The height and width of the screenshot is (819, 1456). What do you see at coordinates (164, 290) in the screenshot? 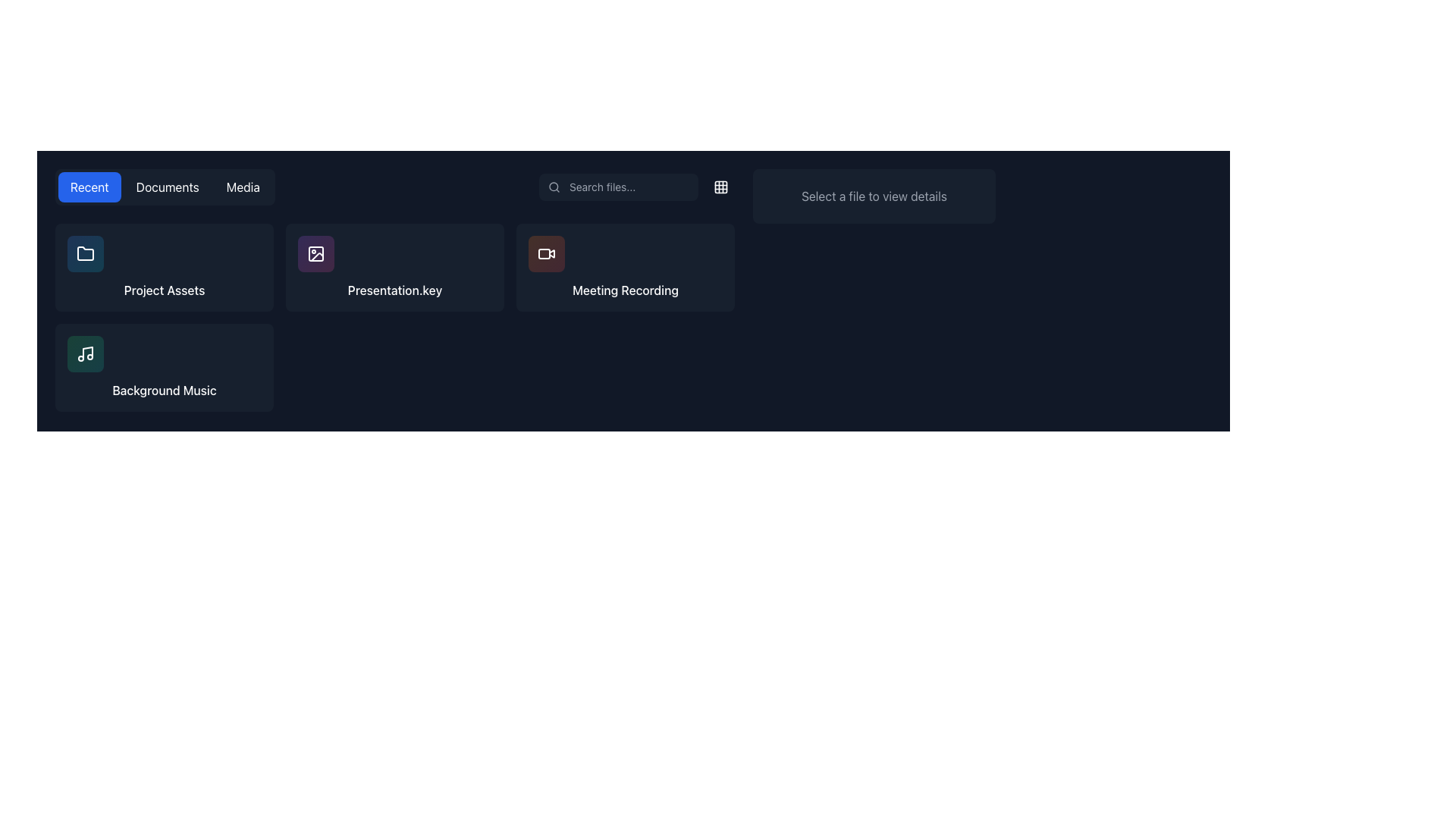
I see `the static text label indicating 'Project Assets', which is located beneath a folder icon in the grid layout` at bounding box center [164, 290].